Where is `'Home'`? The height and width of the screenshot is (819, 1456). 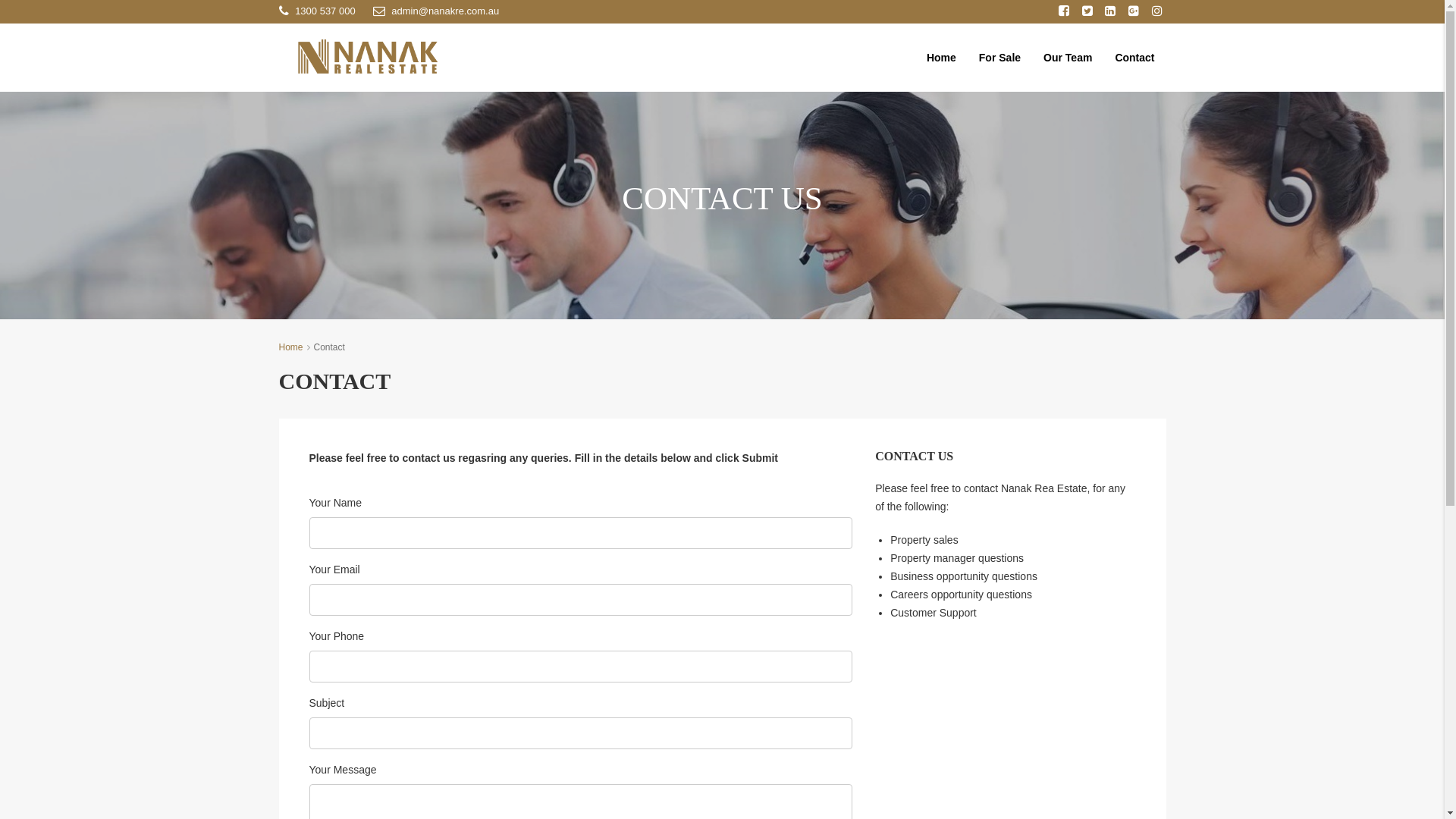
'Home' is located at coordinates (291, 347).